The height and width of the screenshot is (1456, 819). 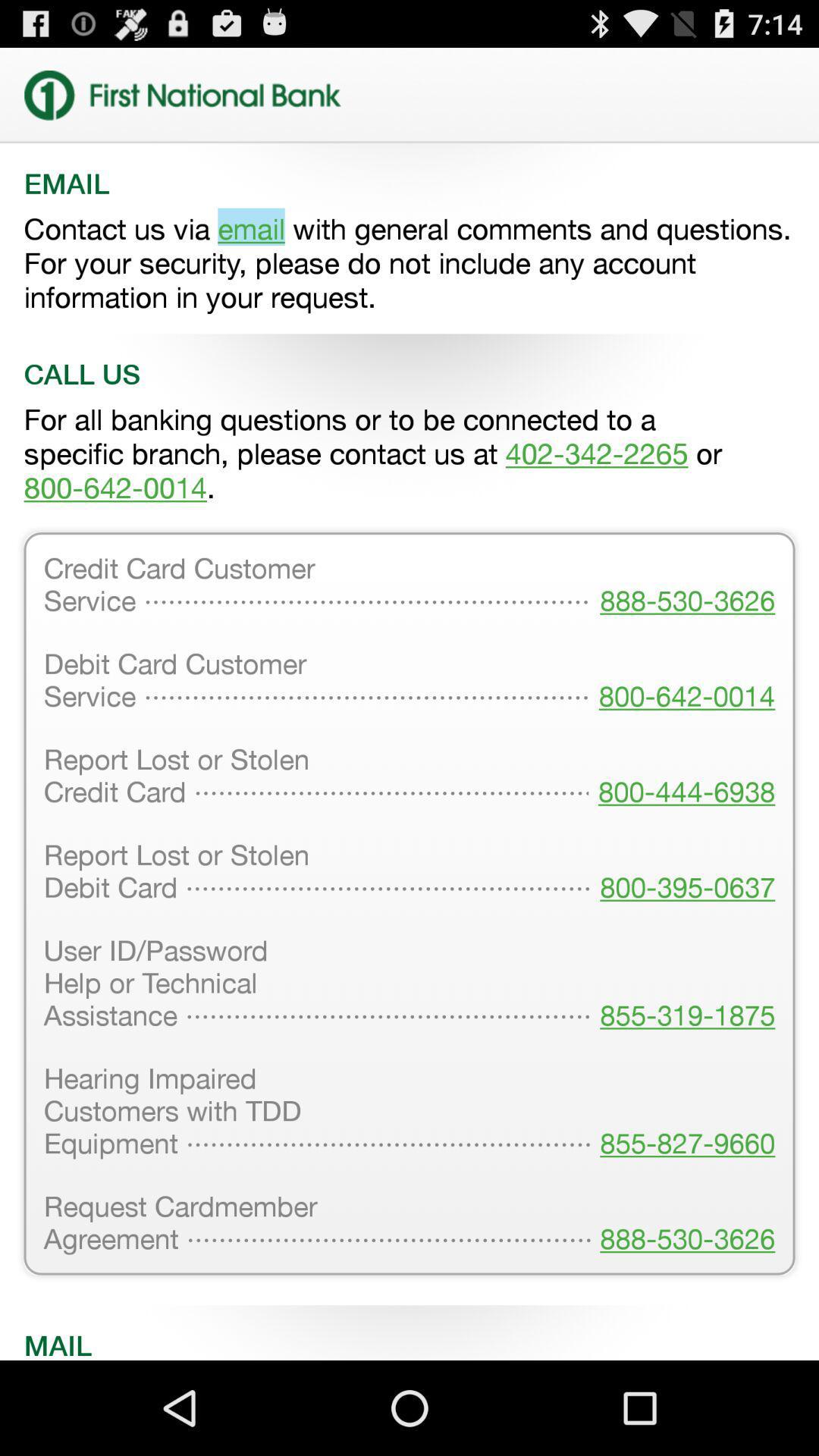 I want to click on the 800-444-6938 item, so click(x=681, y=777).